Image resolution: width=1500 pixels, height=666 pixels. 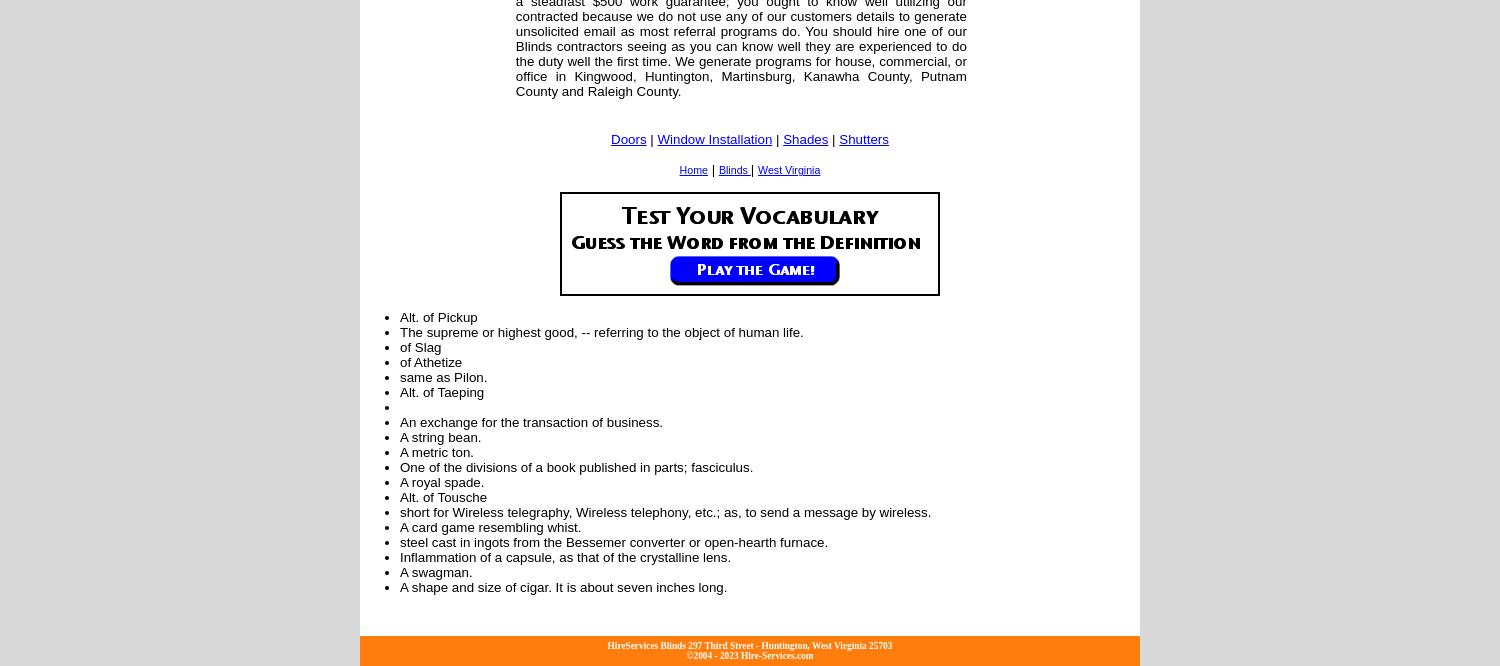 What do you see at coordinates (748, 645) in the screenshot?
I see `'HireServices Blinds 297 Third Street - Huntington, West Virginia 25703'` at bounding box center [748, 645].